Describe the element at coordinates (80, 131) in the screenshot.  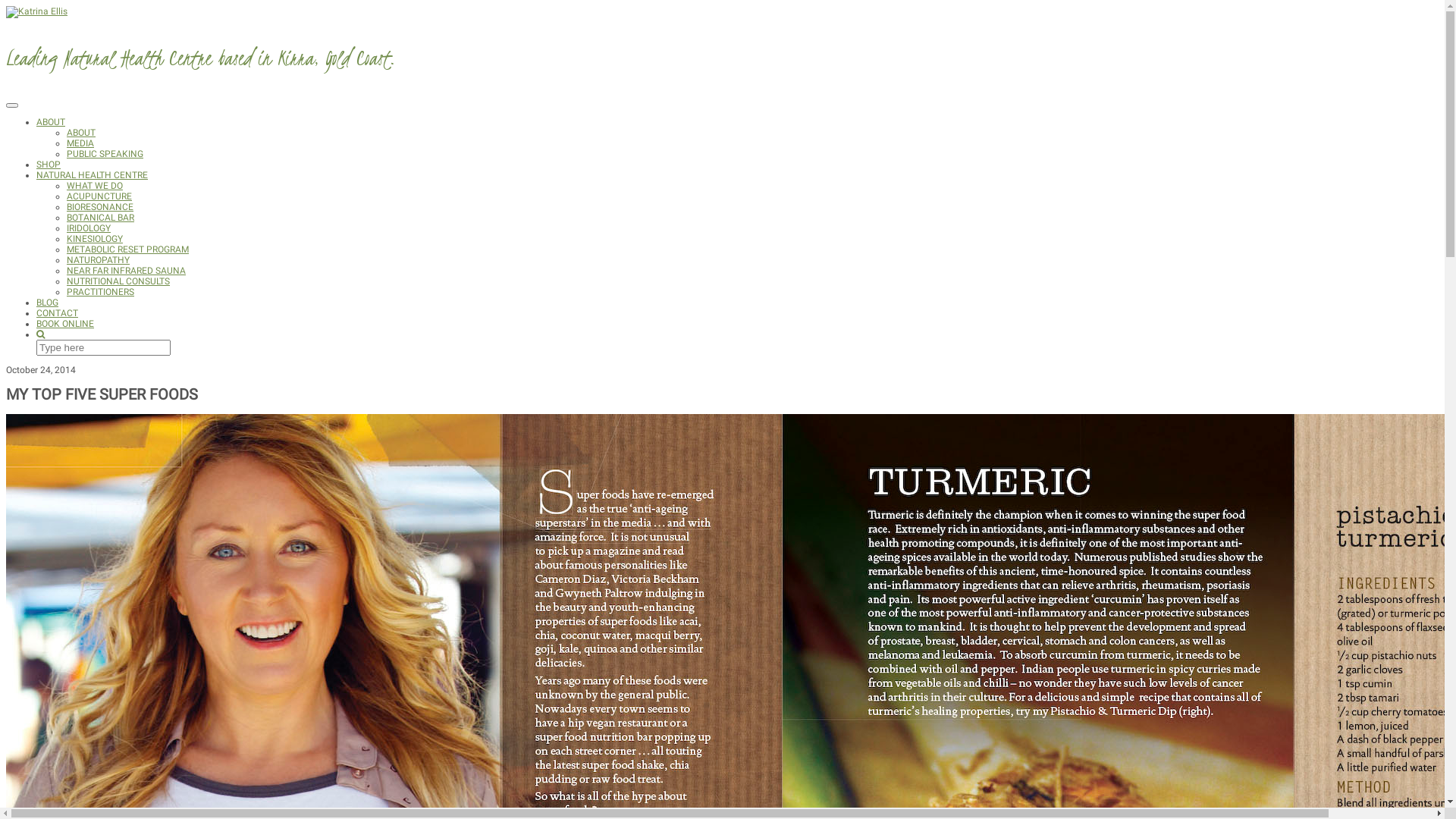
I see `'ABOUT'` at that location.